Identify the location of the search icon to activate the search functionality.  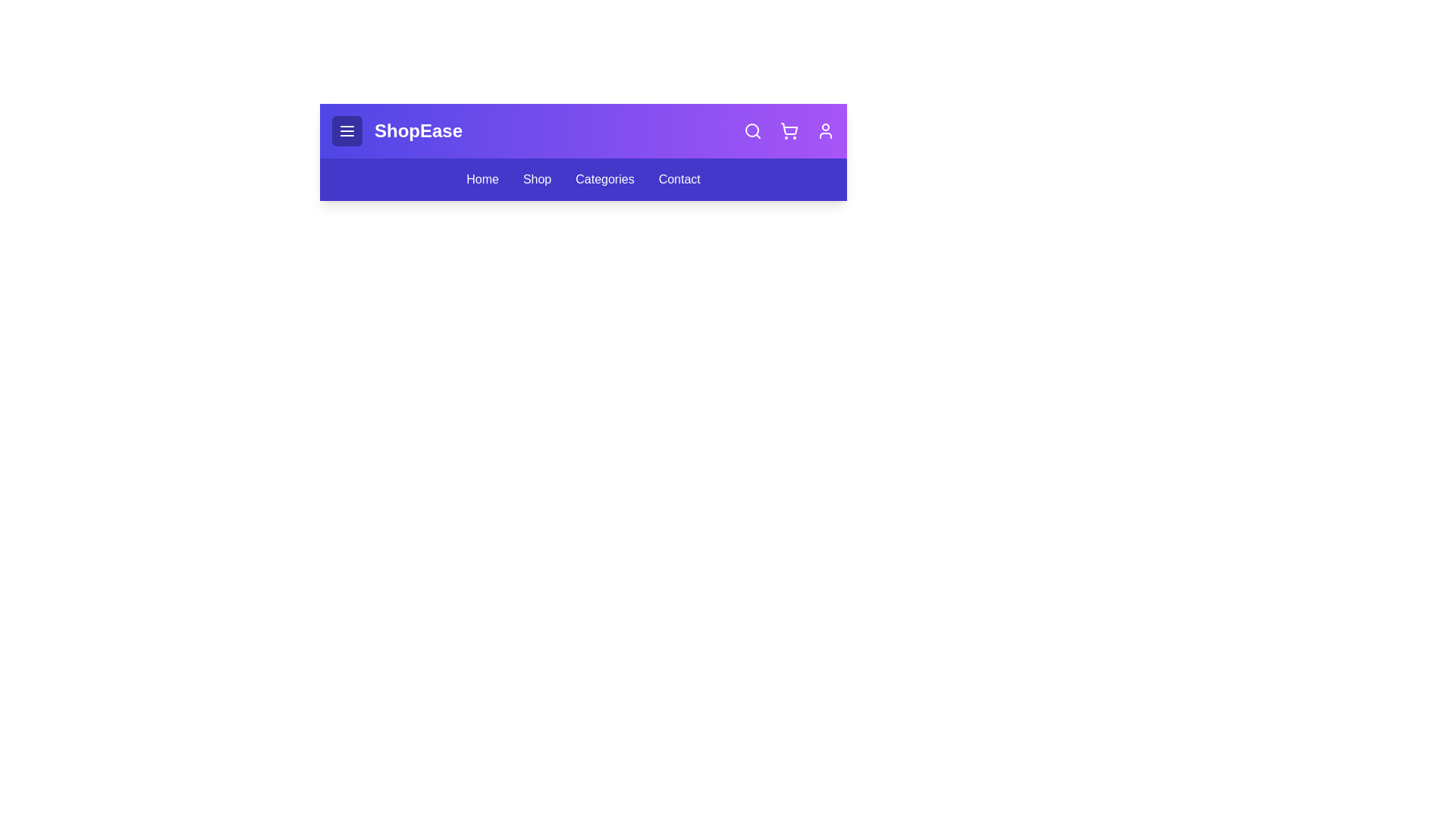
(753, 130).